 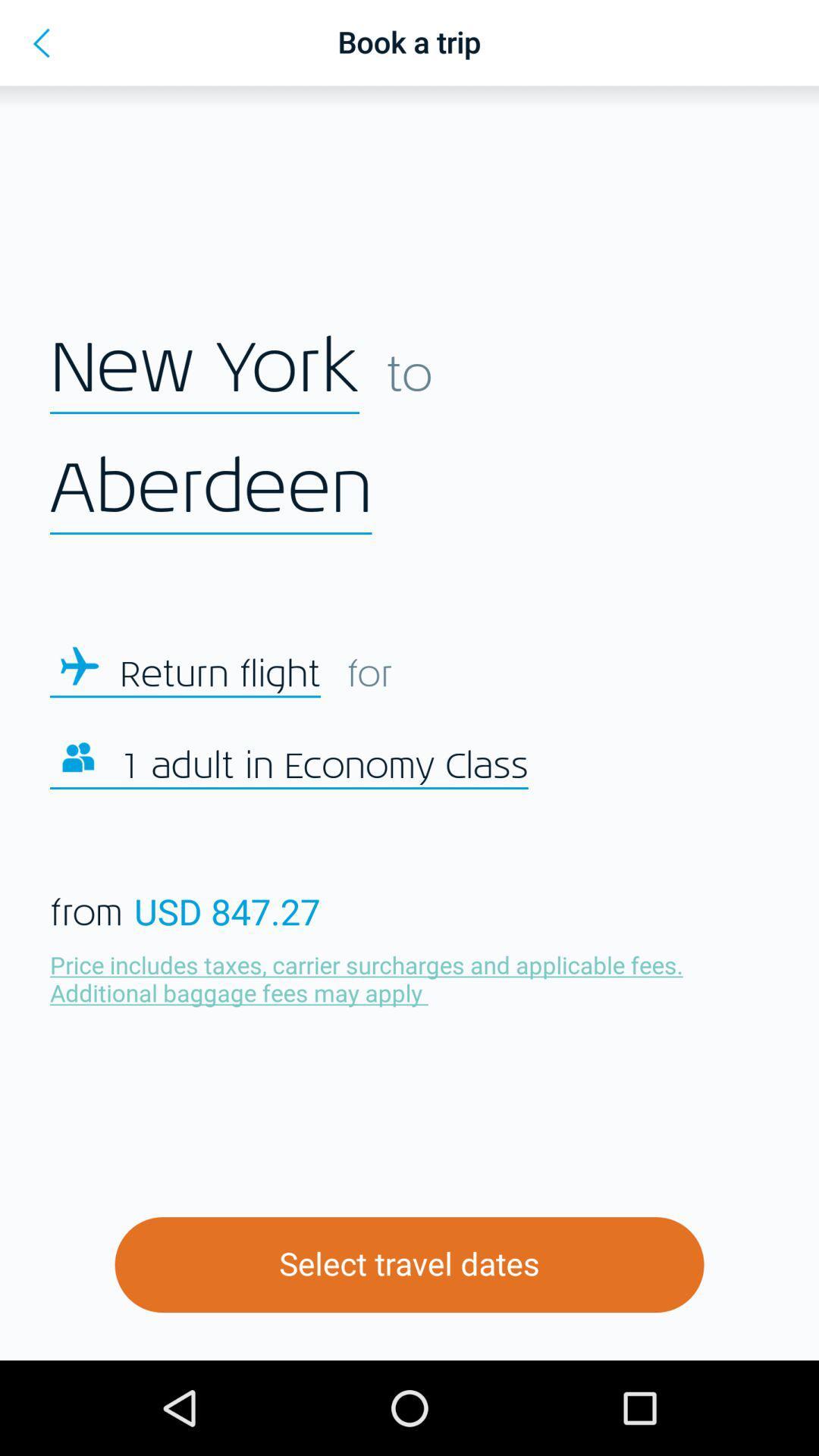 What do you see at coordinates (323, 767) in the screenshot?
I see `the 1 adult in` at bounding box center [323, 767].